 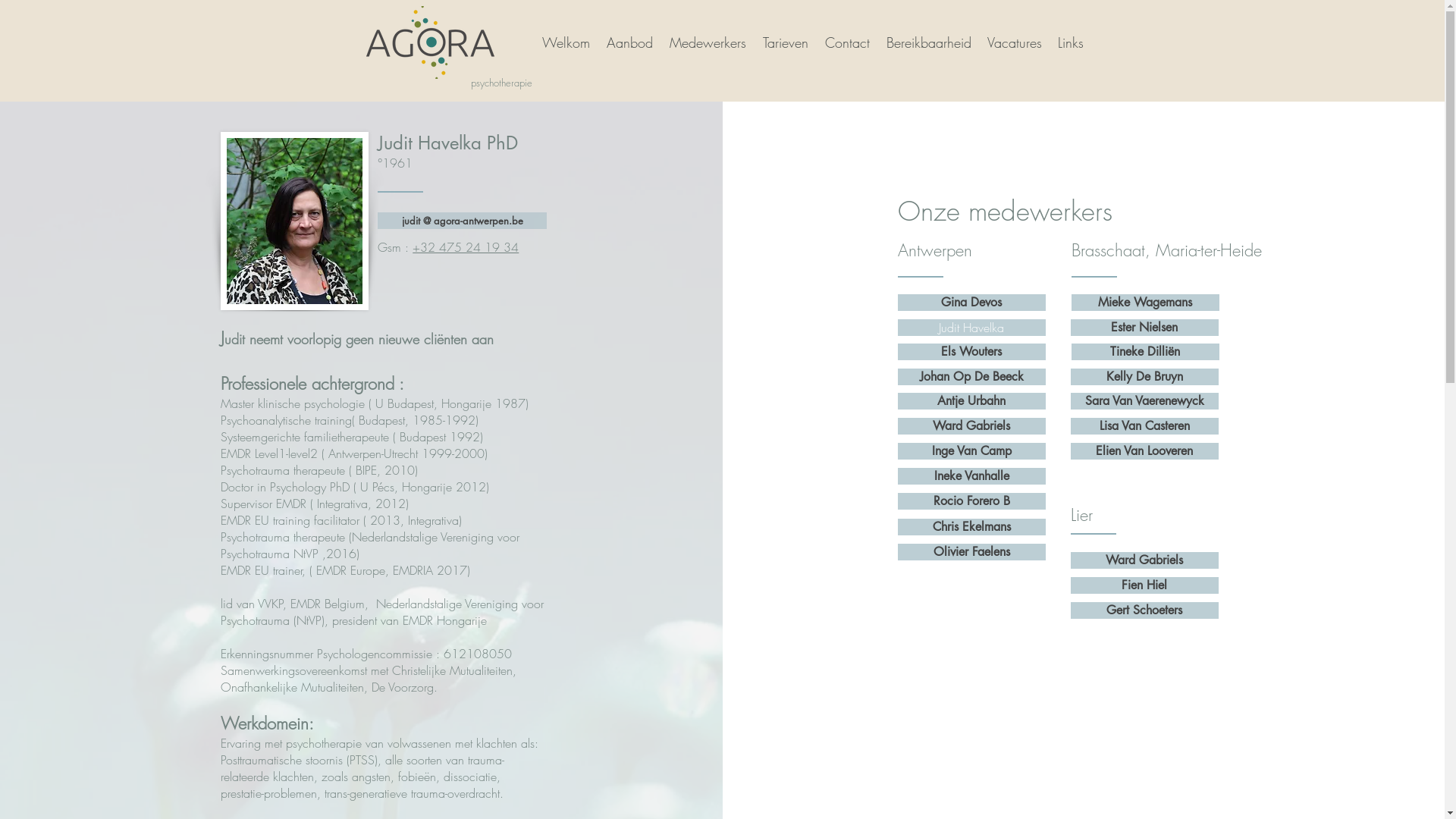 I want to click on 'Sara Van Vaerenewyck', so click(x=1144, y=400).